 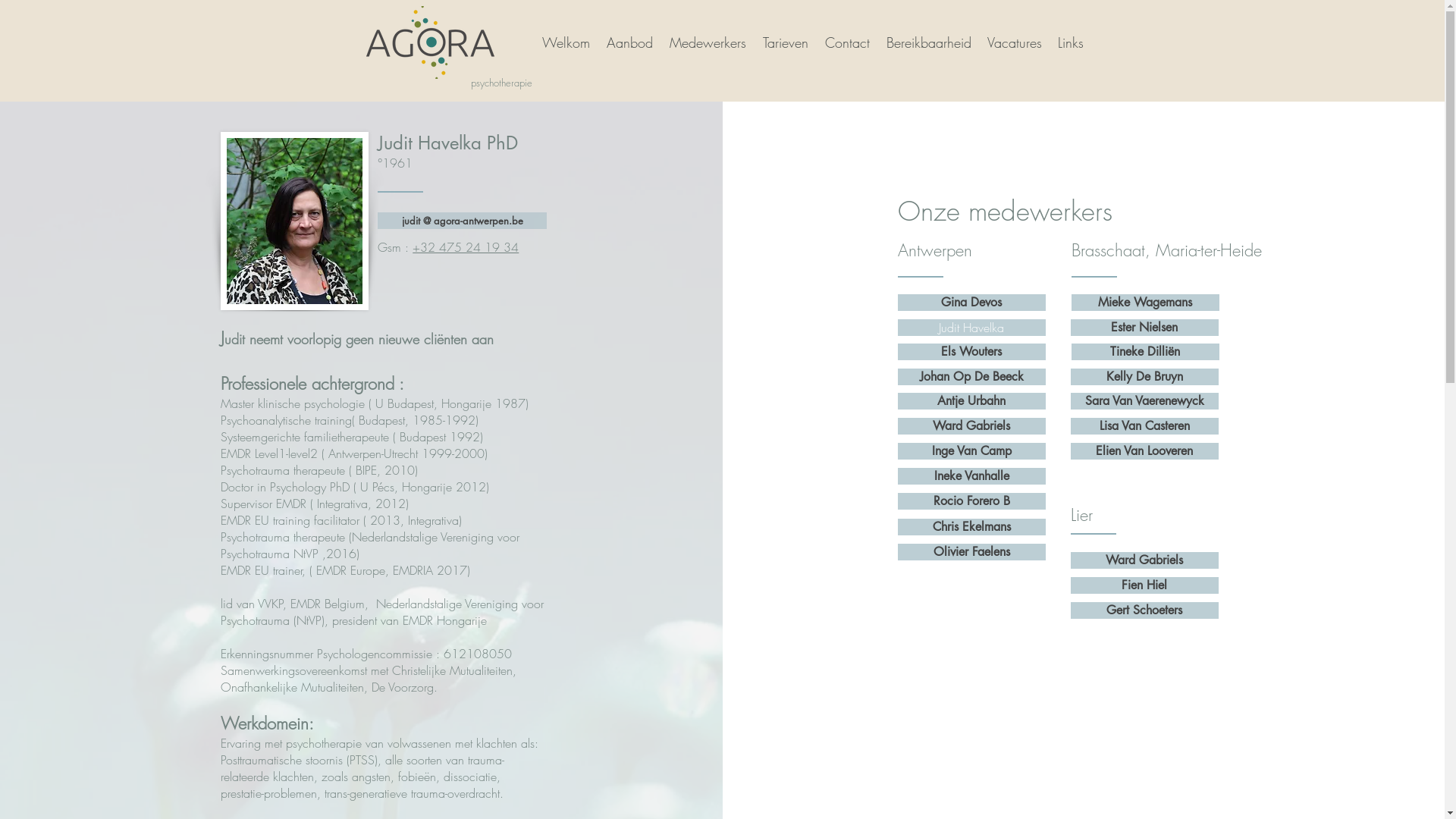 I want to click on 'Sara Van Vaerenewyck', so click(x=1144, y=400).